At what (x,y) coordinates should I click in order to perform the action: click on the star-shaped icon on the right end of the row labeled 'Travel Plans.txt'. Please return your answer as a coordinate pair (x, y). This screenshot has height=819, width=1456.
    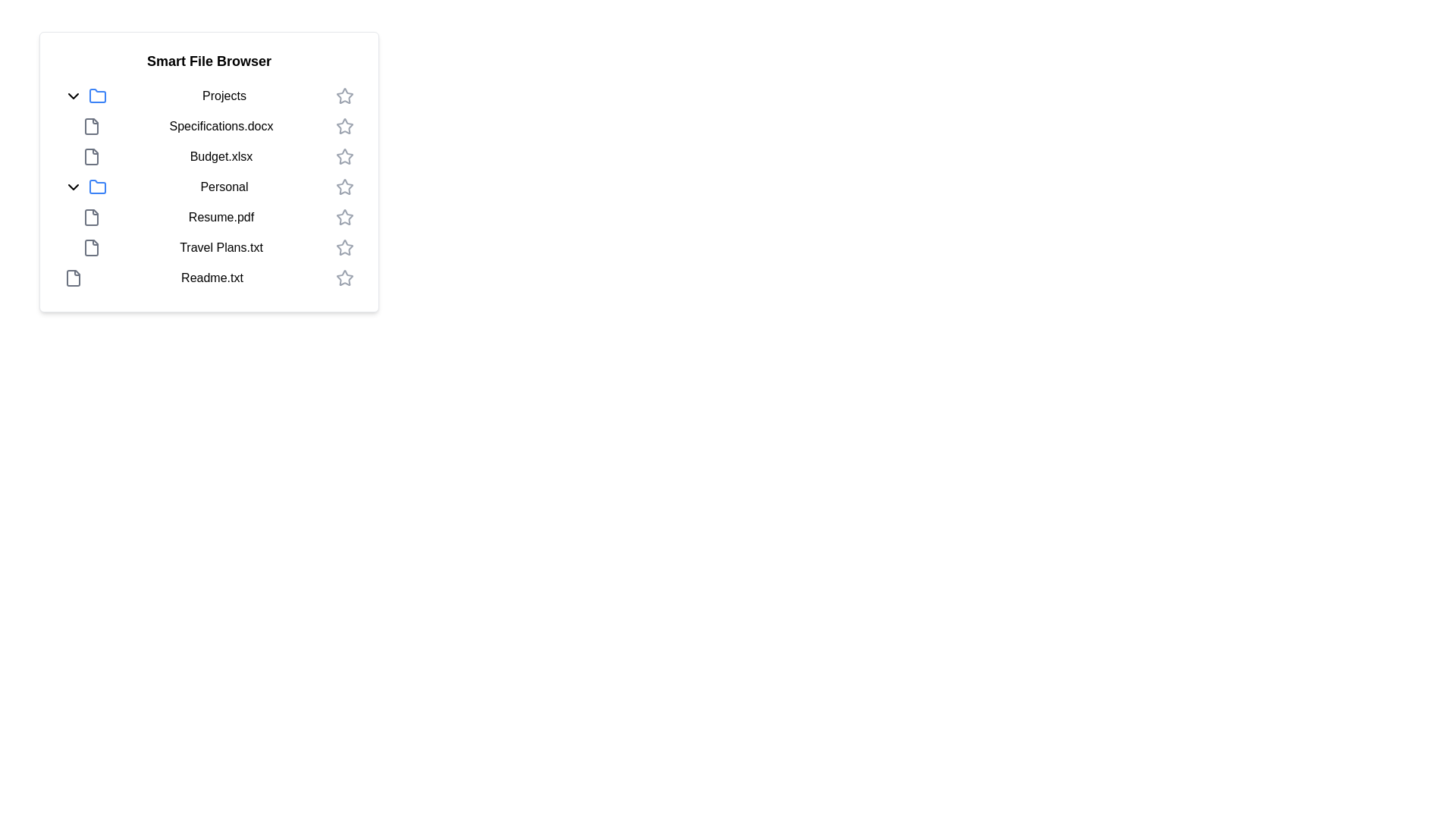
    Looking at the image, I should click on (344, 247).